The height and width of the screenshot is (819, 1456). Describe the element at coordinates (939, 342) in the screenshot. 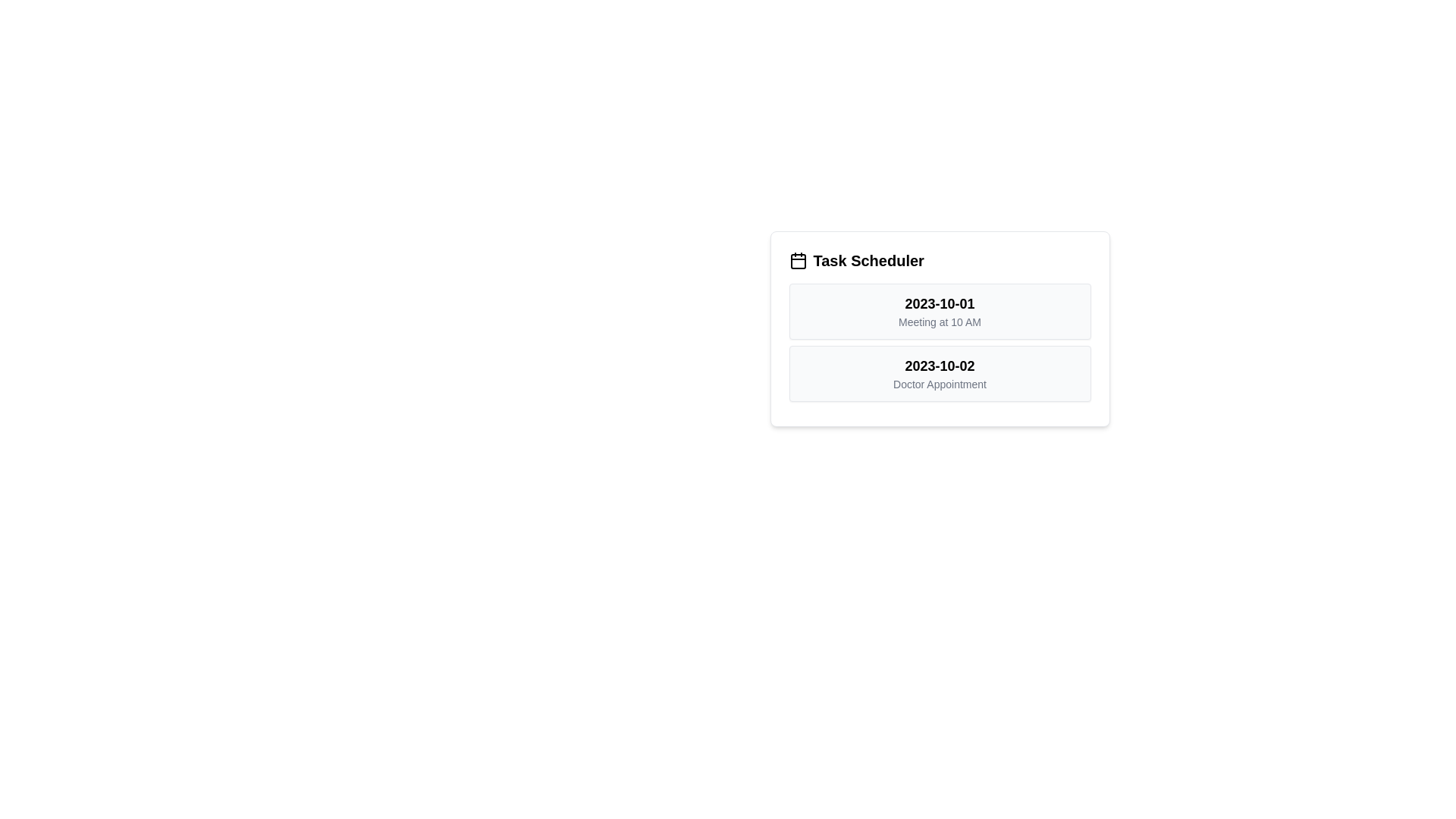

I see `the List of informational items under the 'Task Scheduler' section` at that location.